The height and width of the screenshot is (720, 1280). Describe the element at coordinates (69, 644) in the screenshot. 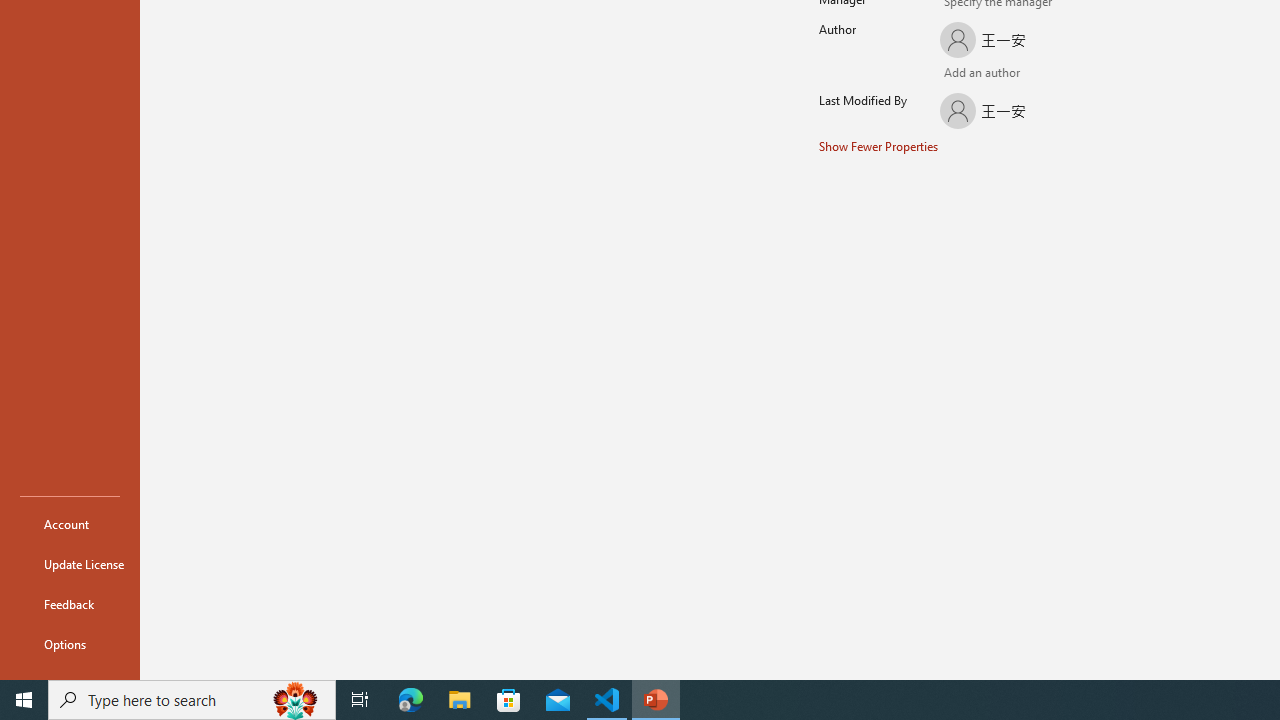

I see `'Options'` at that location.